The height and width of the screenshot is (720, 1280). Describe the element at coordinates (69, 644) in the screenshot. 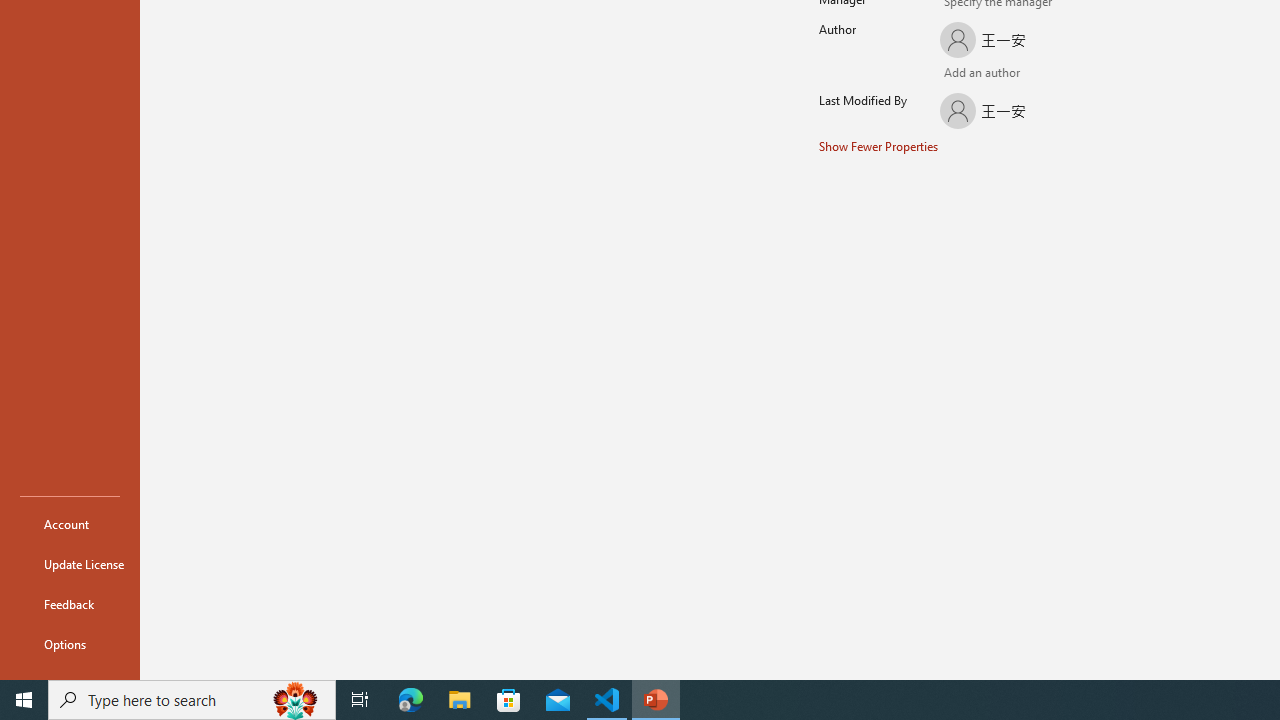

I see `'Options'` at that location.